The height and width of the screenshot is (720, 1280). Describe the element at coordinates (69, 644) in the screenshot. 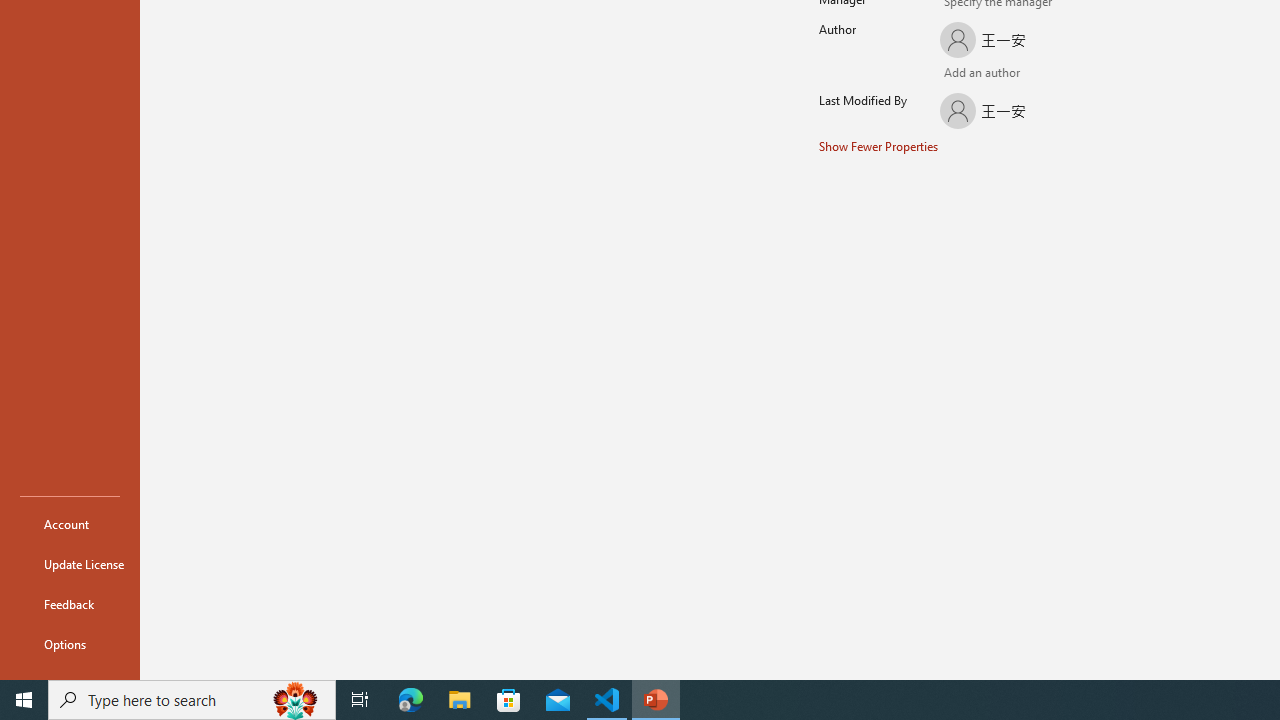

I see `'Options'` at that location.